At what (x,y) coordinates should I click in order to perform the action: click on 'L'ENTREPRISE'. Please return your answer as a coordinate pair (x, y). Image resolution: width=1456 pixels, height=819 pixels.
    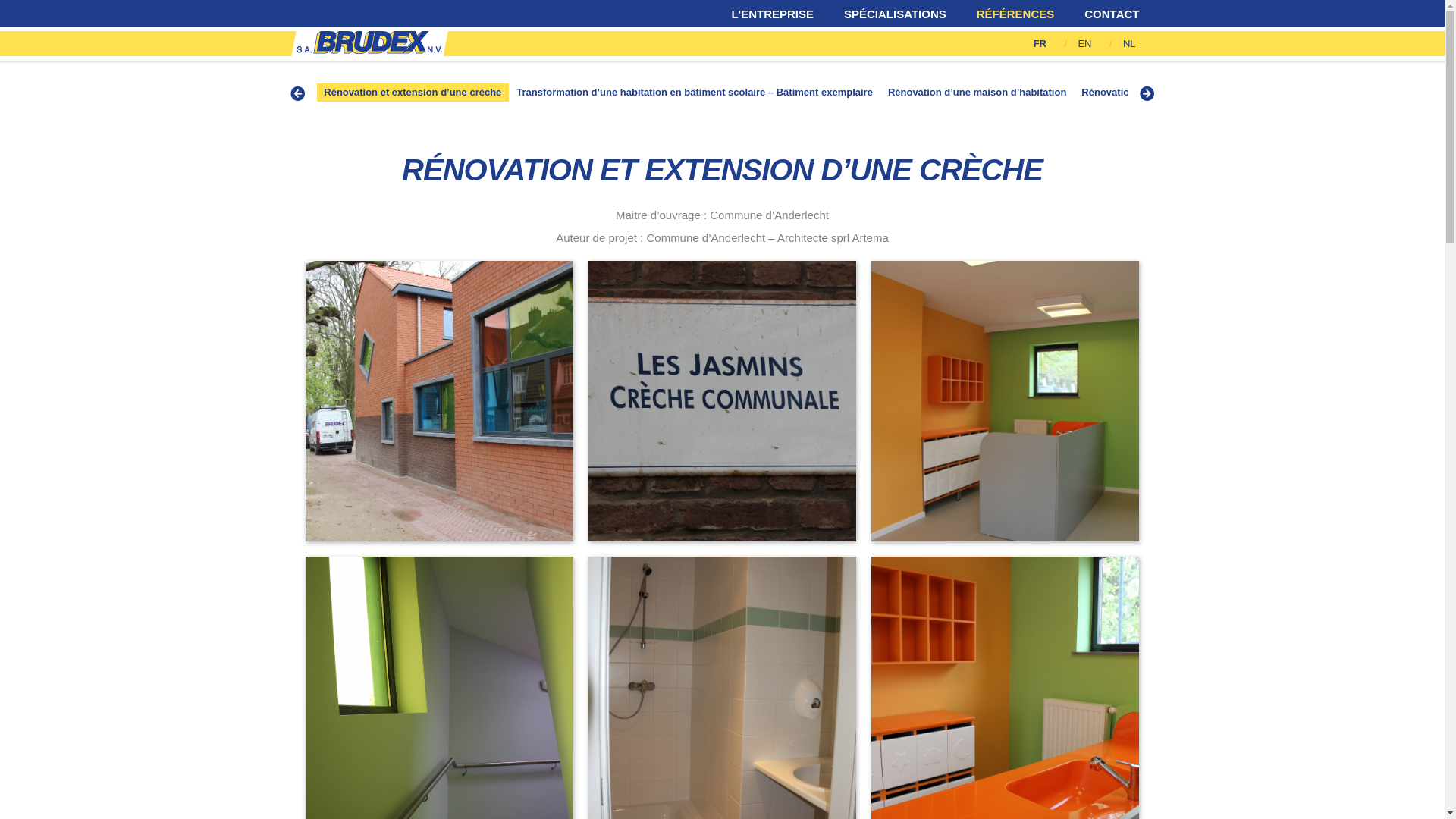
    Looking at the image, I should click on (772, 13).